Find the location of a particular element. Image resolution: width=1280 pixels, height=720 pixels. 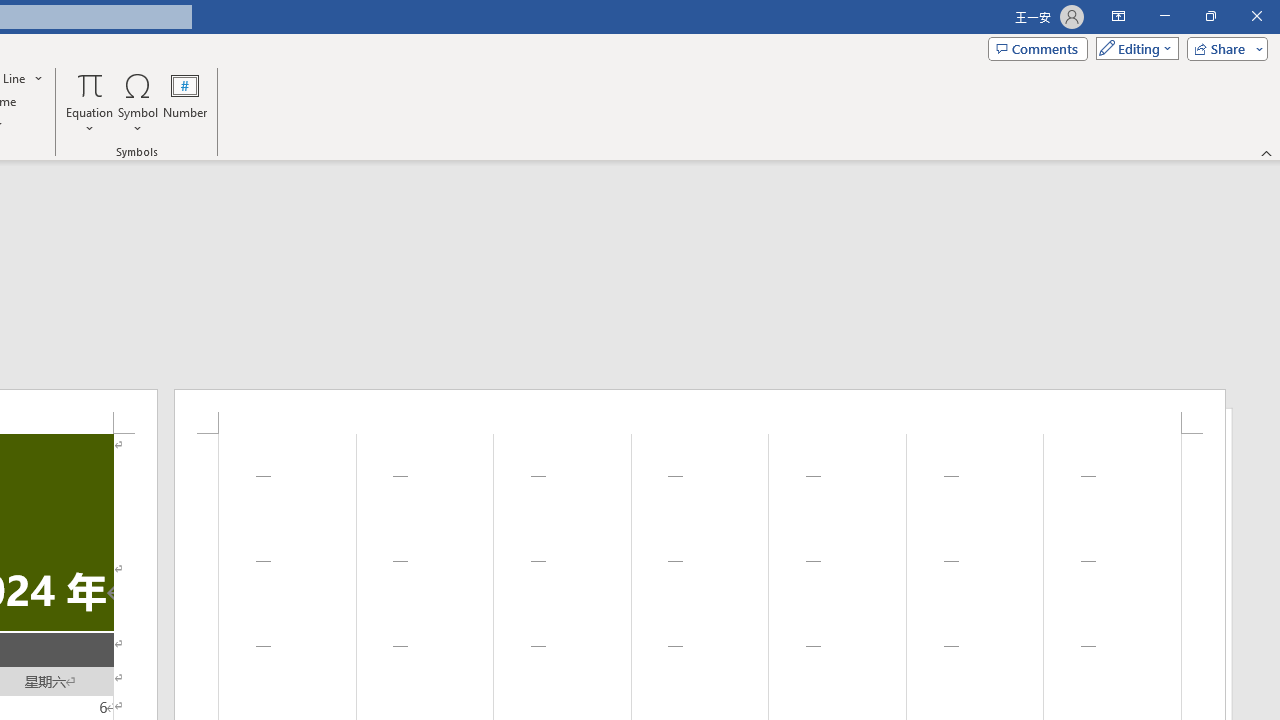

'Symbol' is located at coordinates (137, 103).